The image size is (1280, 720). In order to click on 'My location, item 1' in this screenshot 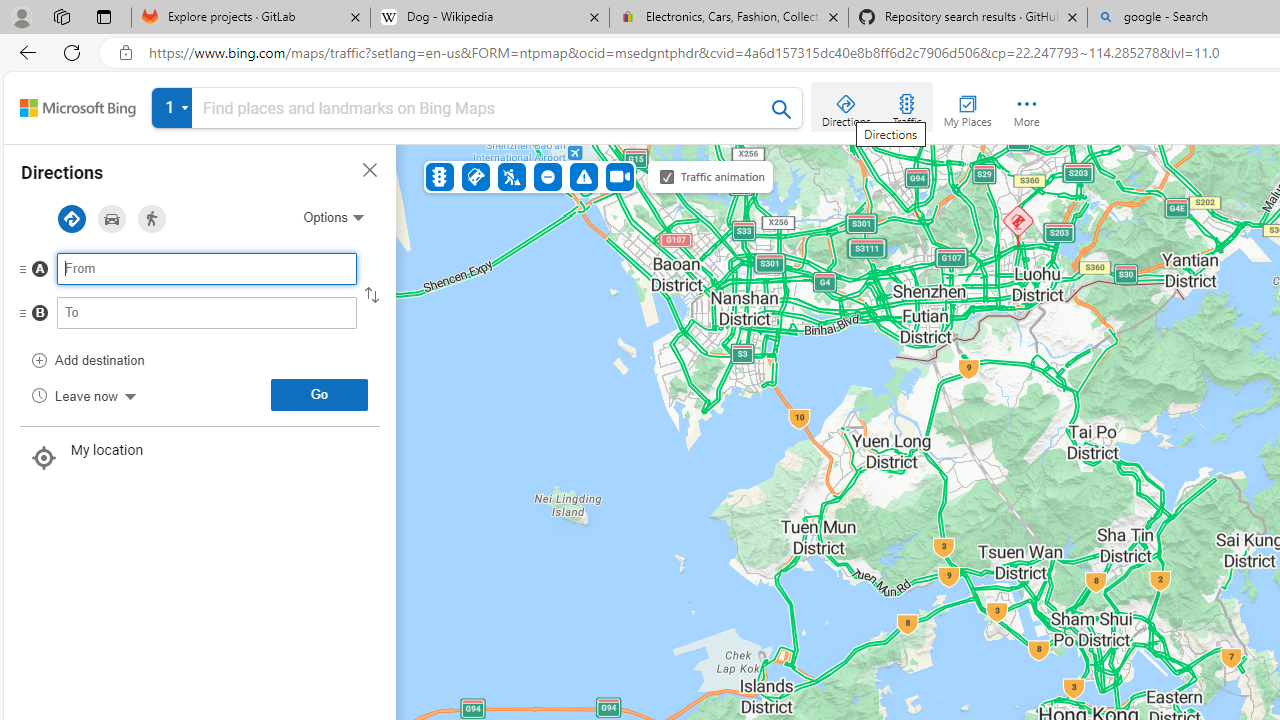, I will do `click(200, 459)`.